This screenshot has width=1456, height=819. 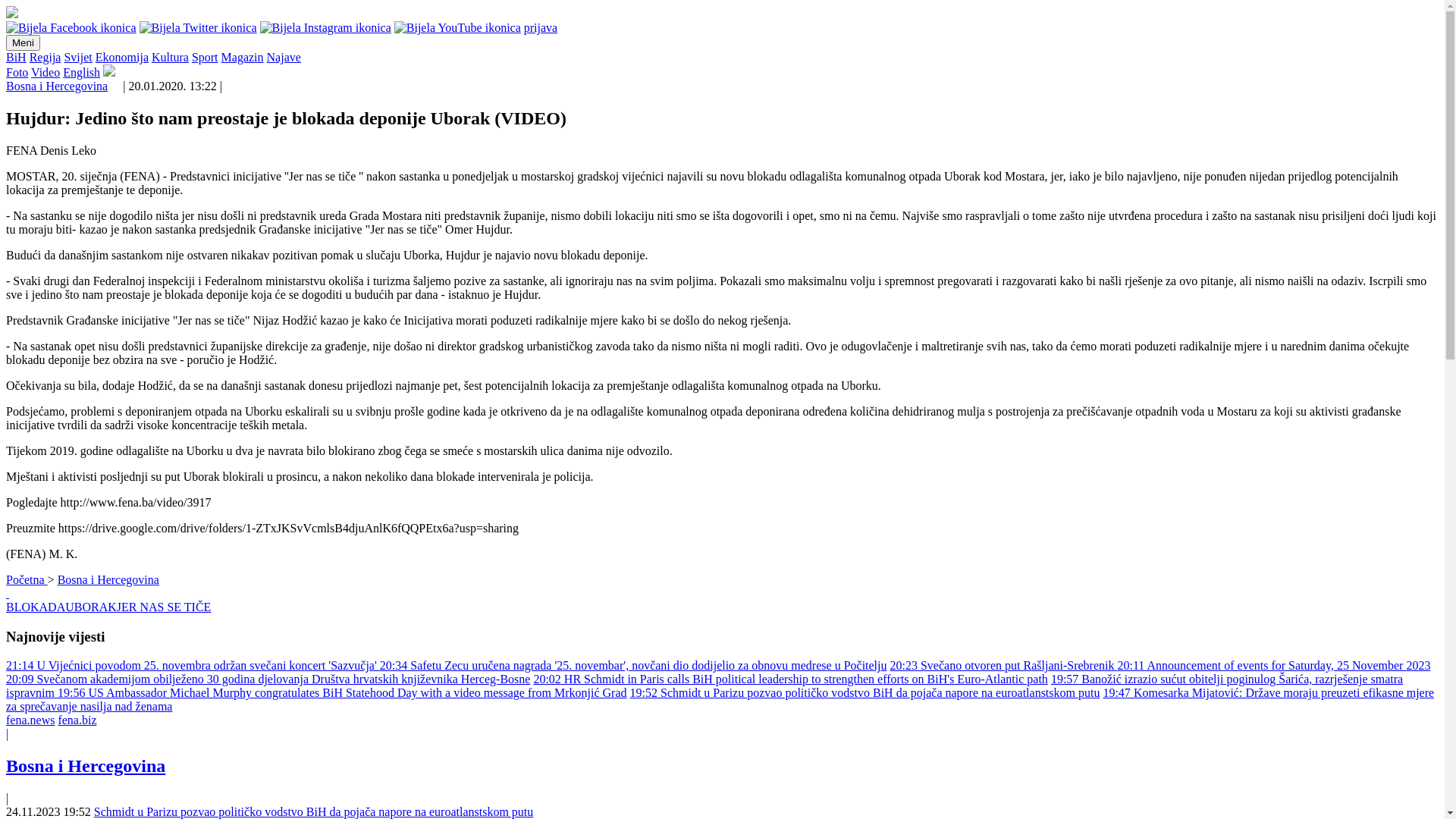 I want to click on '20:11 Announcement of events for Saturday, 25 November 2023', so click(x=1273, y=664).